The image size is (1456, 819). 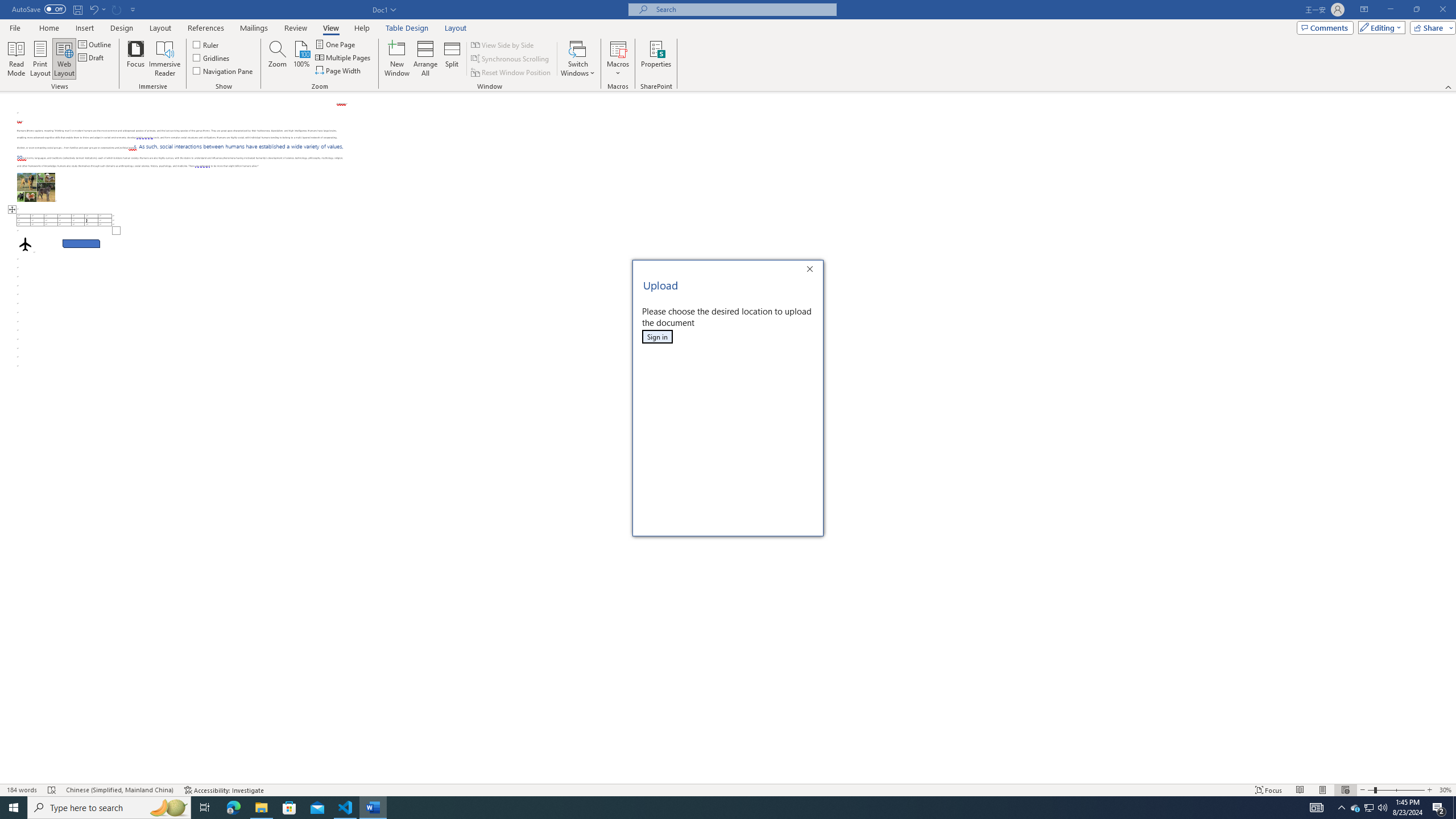 I want to click on 'Arrange All', so click(x=425, y=59).